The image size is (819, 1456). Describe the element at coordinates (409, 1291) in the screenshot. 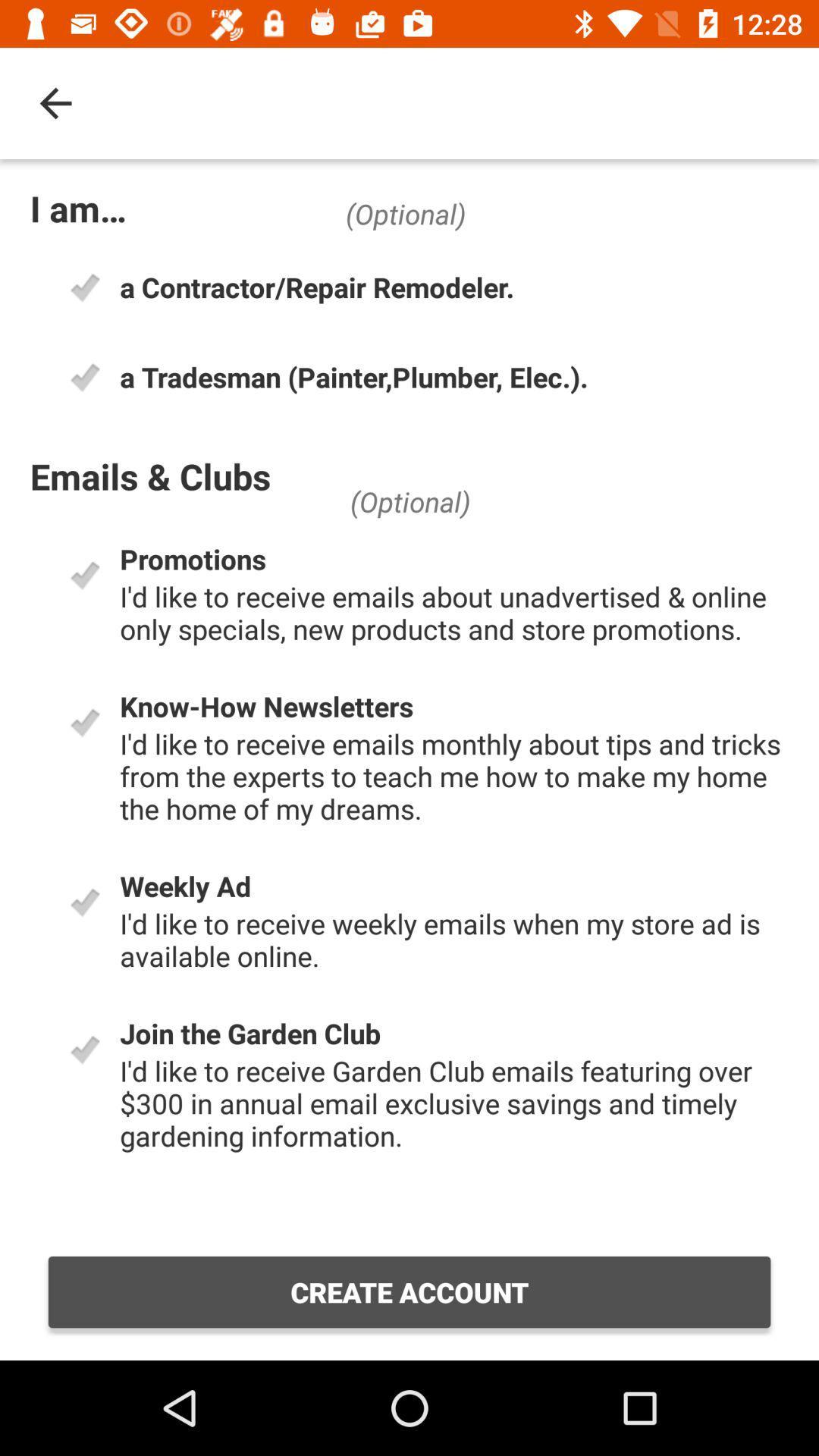

I see `create account` at that location.